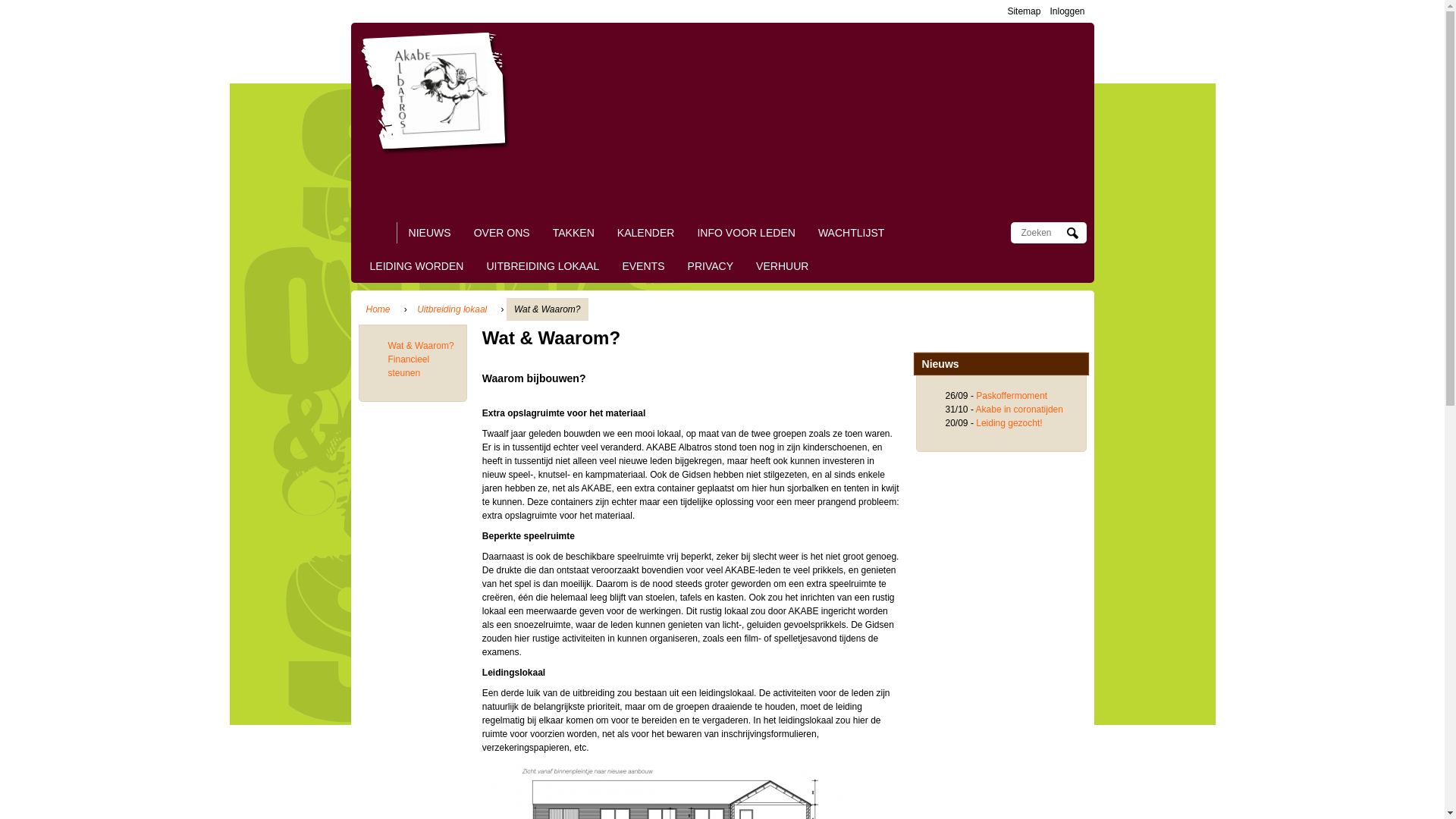  What do you see at coordinates (645, 233) in the screenshot?
I see `'KALENDER'` at bounding box center [645, 233].